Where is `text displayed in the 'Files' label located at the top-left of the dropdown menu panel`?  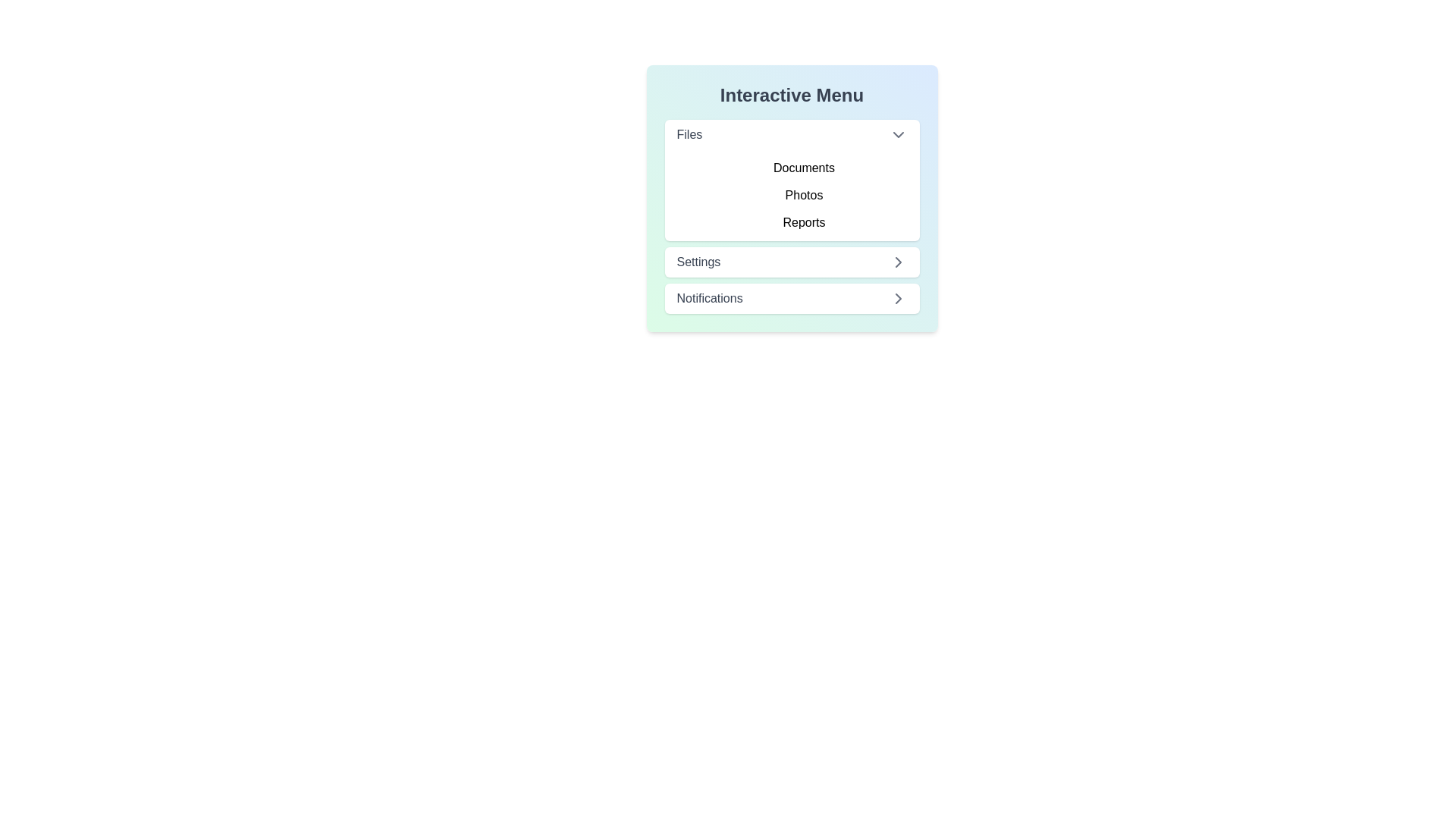 text displayed in the 'Files' label located at the top-left of the dropdown menu panel is located at coordinates (689, 133).